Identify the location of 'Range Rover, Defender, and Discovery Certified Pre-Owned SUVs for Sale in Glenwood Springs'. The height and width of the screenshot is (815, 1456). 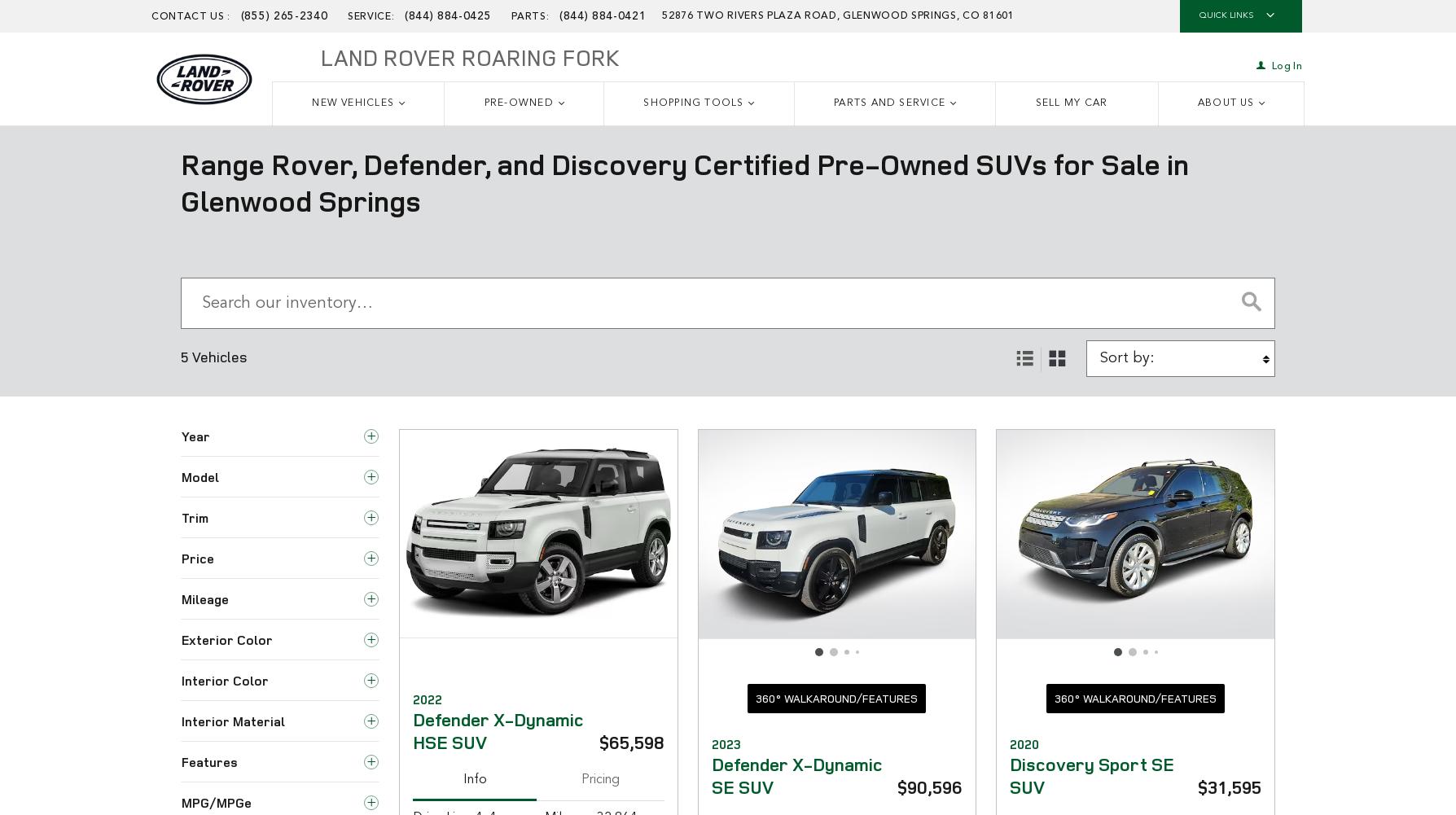
(181, 182).